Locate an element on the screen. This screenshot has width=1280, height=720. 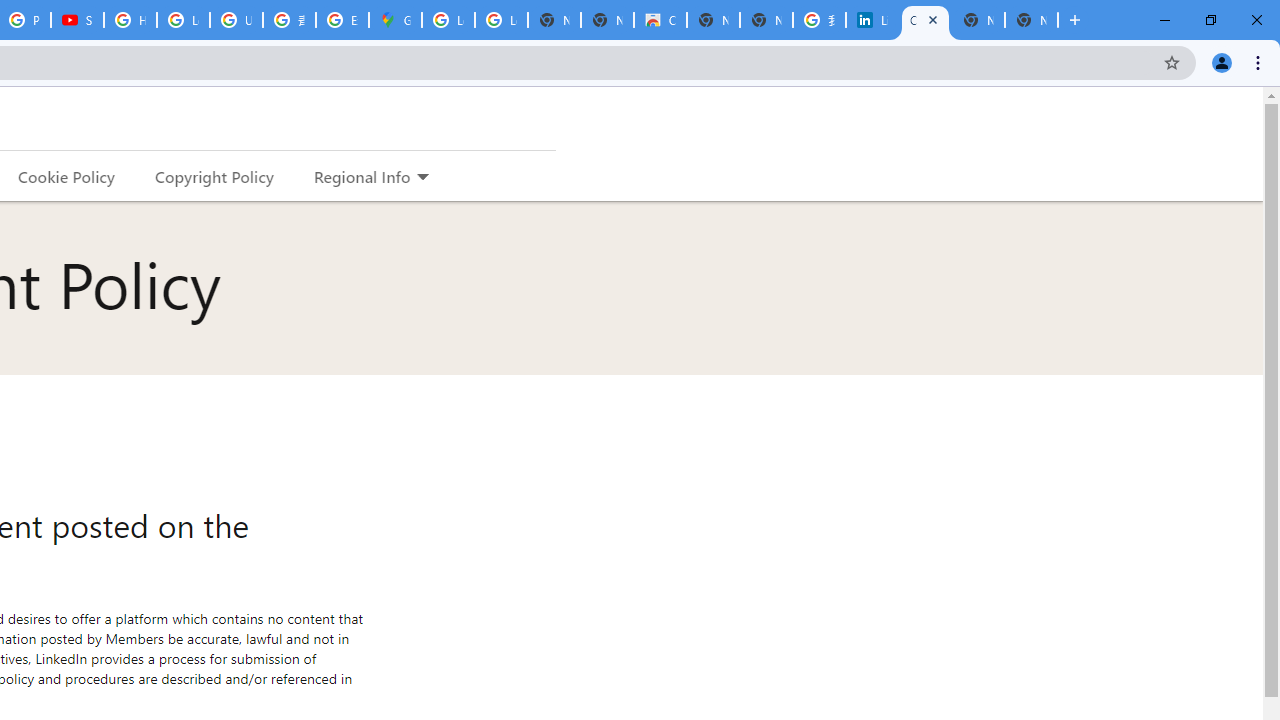
'Chrome Web Store' is located at coordinates (660, 20).